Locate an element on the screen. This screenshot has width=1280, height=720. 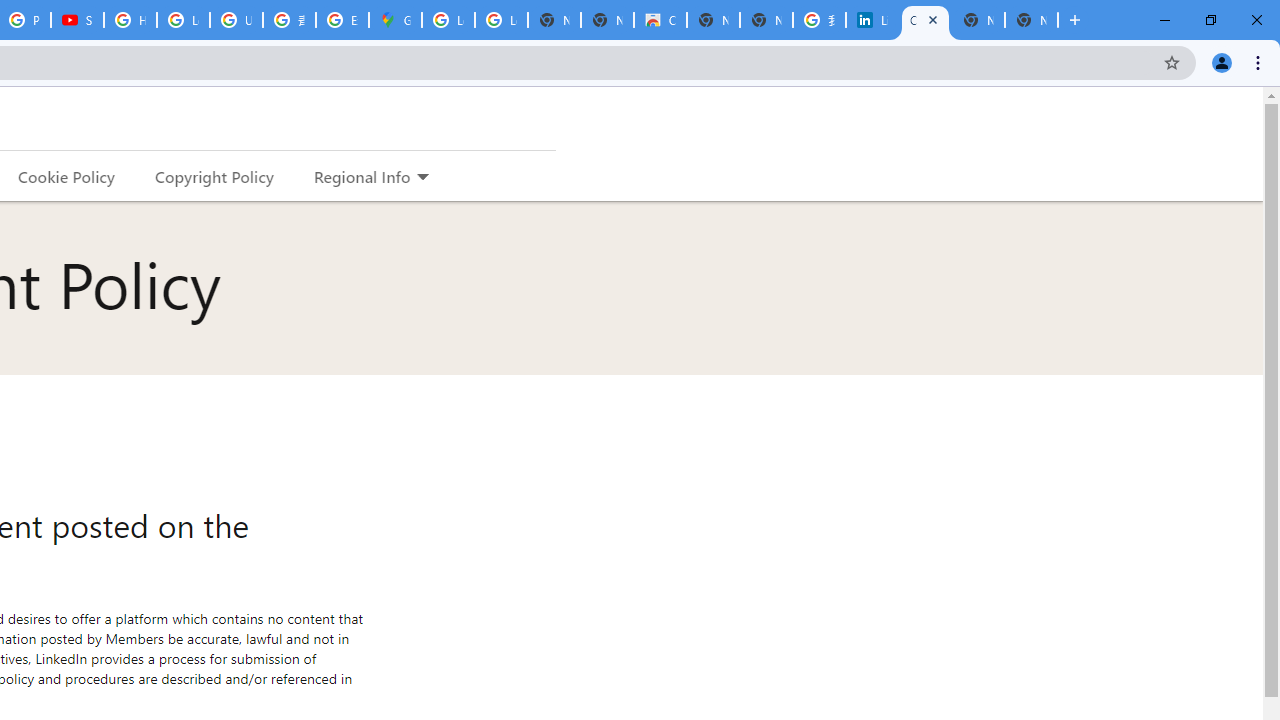
'Chrome Web Store' is located at coordinates (660, 20).